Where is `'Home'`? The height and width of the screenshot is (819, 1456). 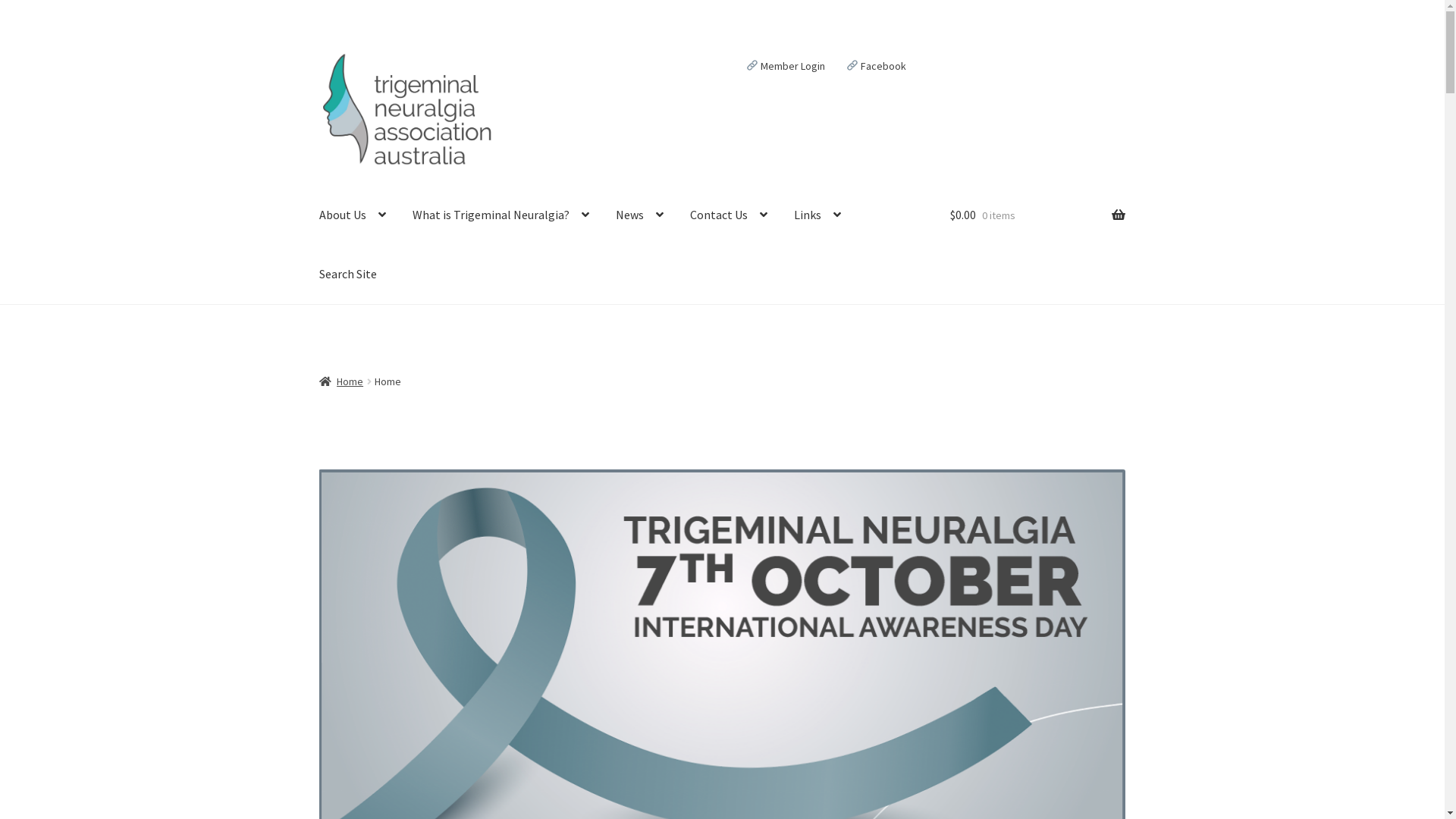
'Home' is located at coordinates (340, 380).